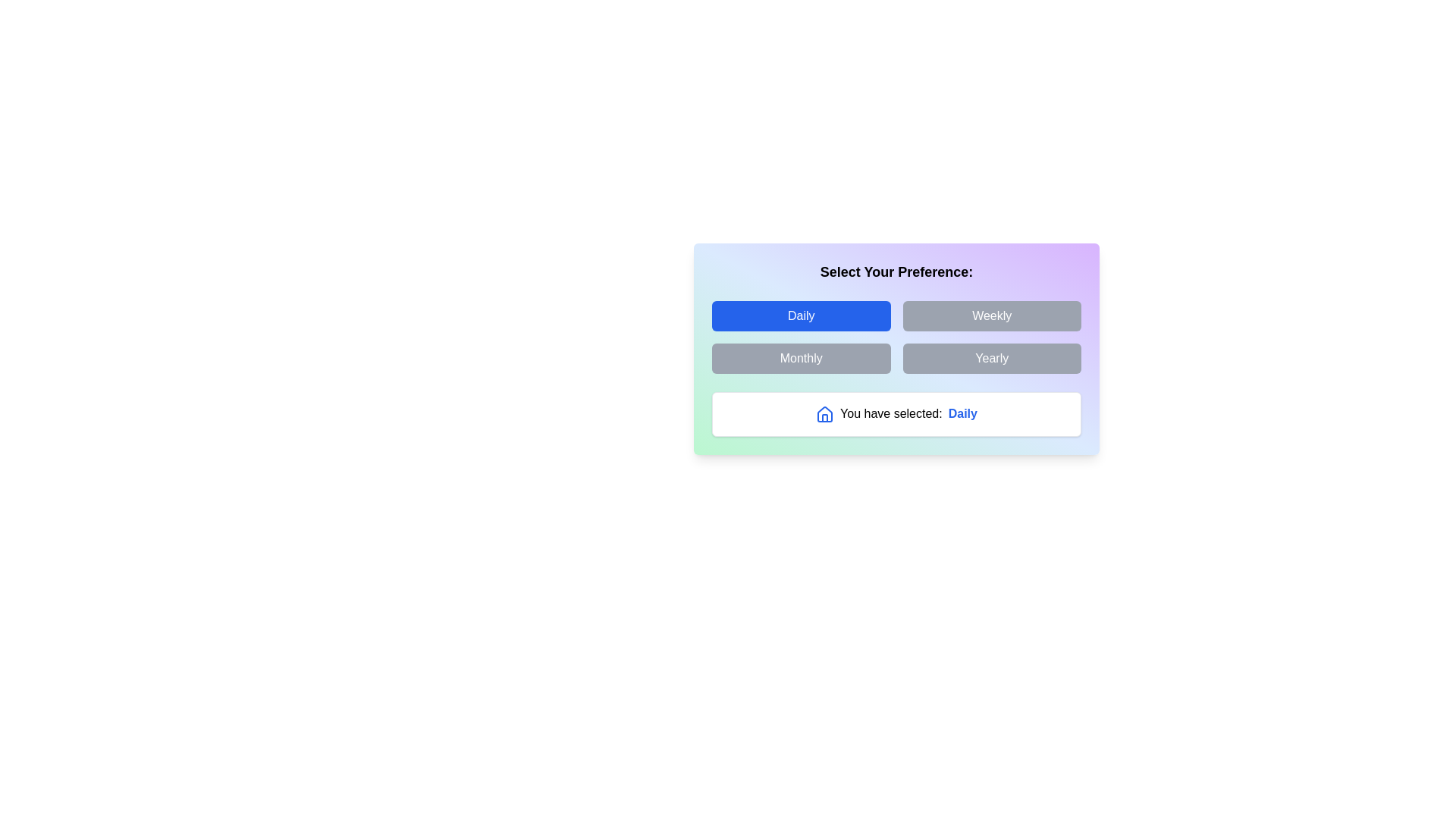 The image size is (1456, 819). What do you see at coordinates (824, 414) in the screenshot?
I see `the house-shaped icon outlined in blue, which is positioned to the left of the text 'You have selected: Daily'` at bounding box center [824, 414].